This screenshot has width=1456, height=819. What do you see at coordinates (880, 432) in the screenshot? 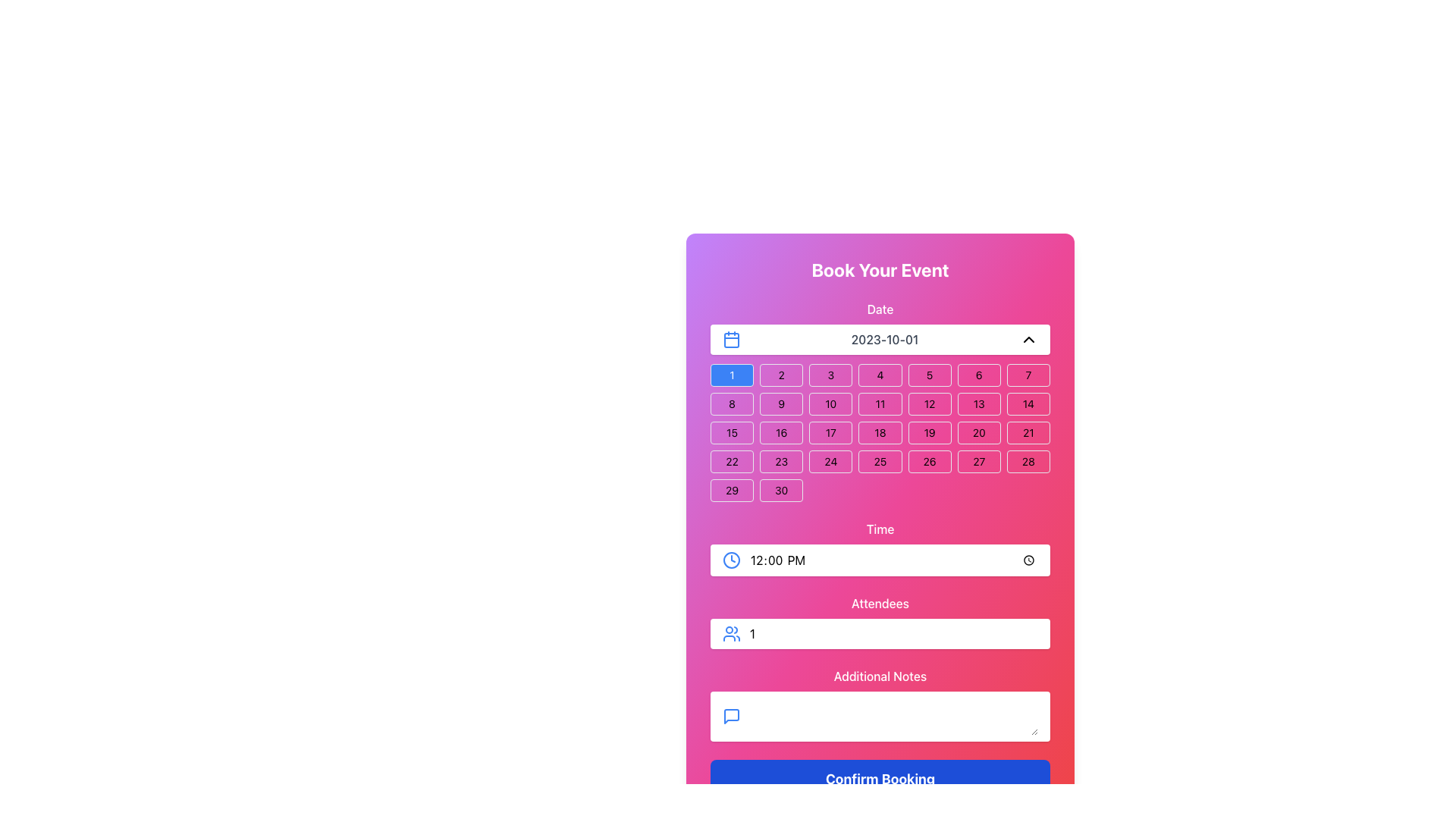
I see `the button representing the date in the grid layout of the calendar, located centrally in the 'Date' section below the selected date '2023-10-01'` at bounding box center [880, 432].